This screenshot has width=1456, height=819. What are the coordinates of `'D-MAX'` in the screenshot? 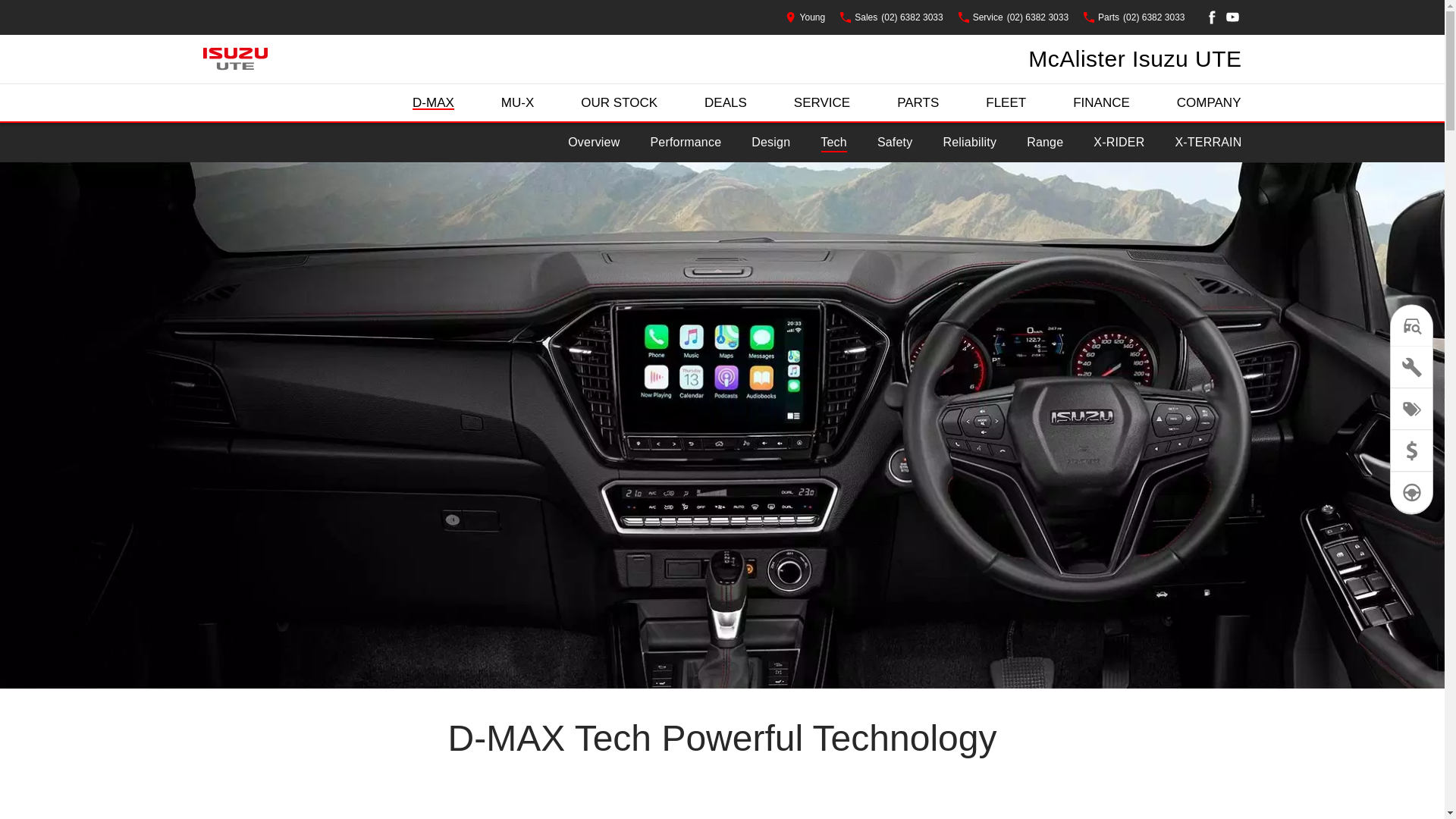 It's located at (432, 102).